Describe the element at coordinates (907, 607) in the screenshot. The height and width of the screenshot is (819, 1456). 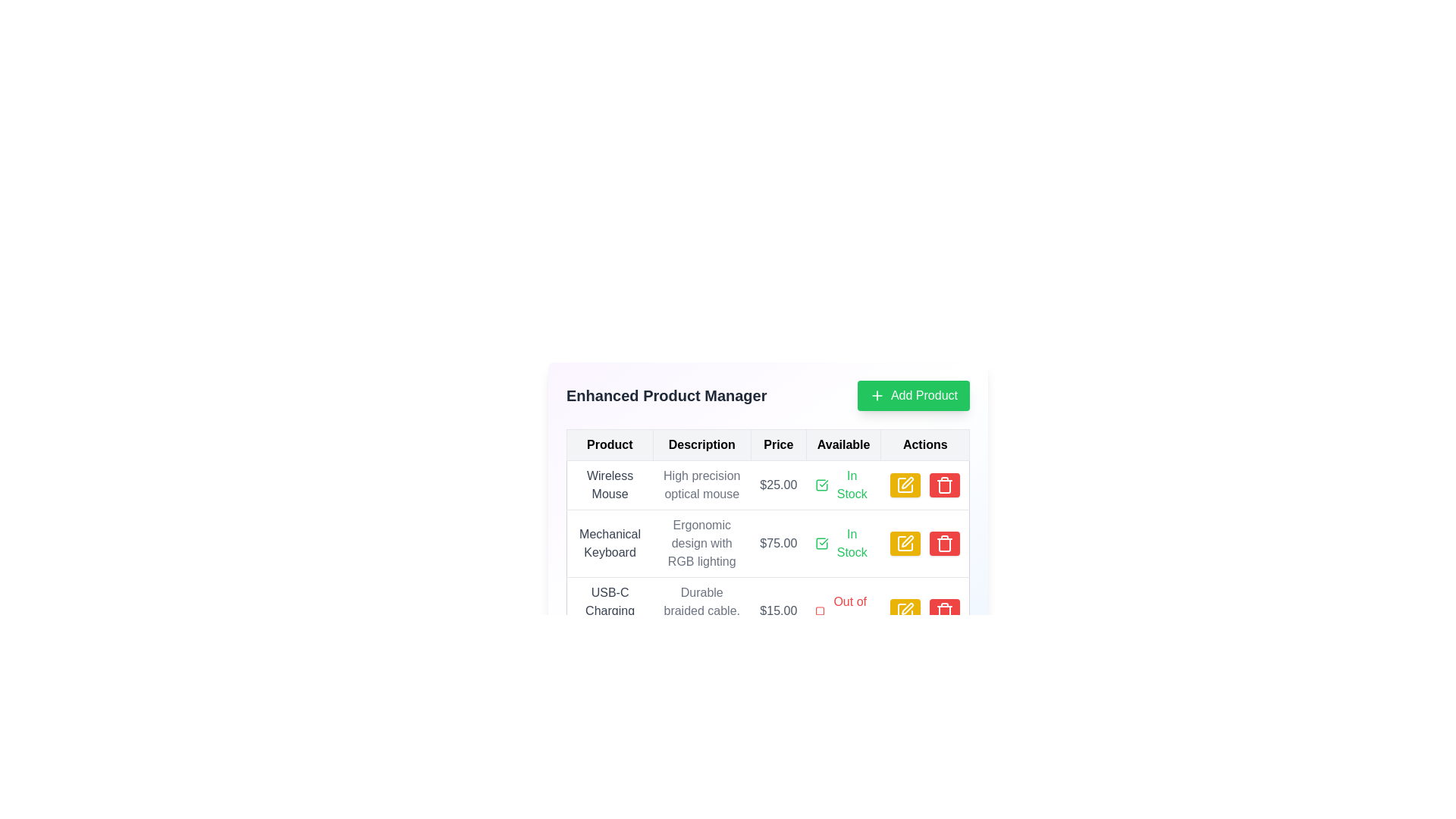
I see `the vector graphic resembling a pen symbol within the yellow button in the 'Actions' column of the third row in the 'Enhanced Product Manager' table` at that location.